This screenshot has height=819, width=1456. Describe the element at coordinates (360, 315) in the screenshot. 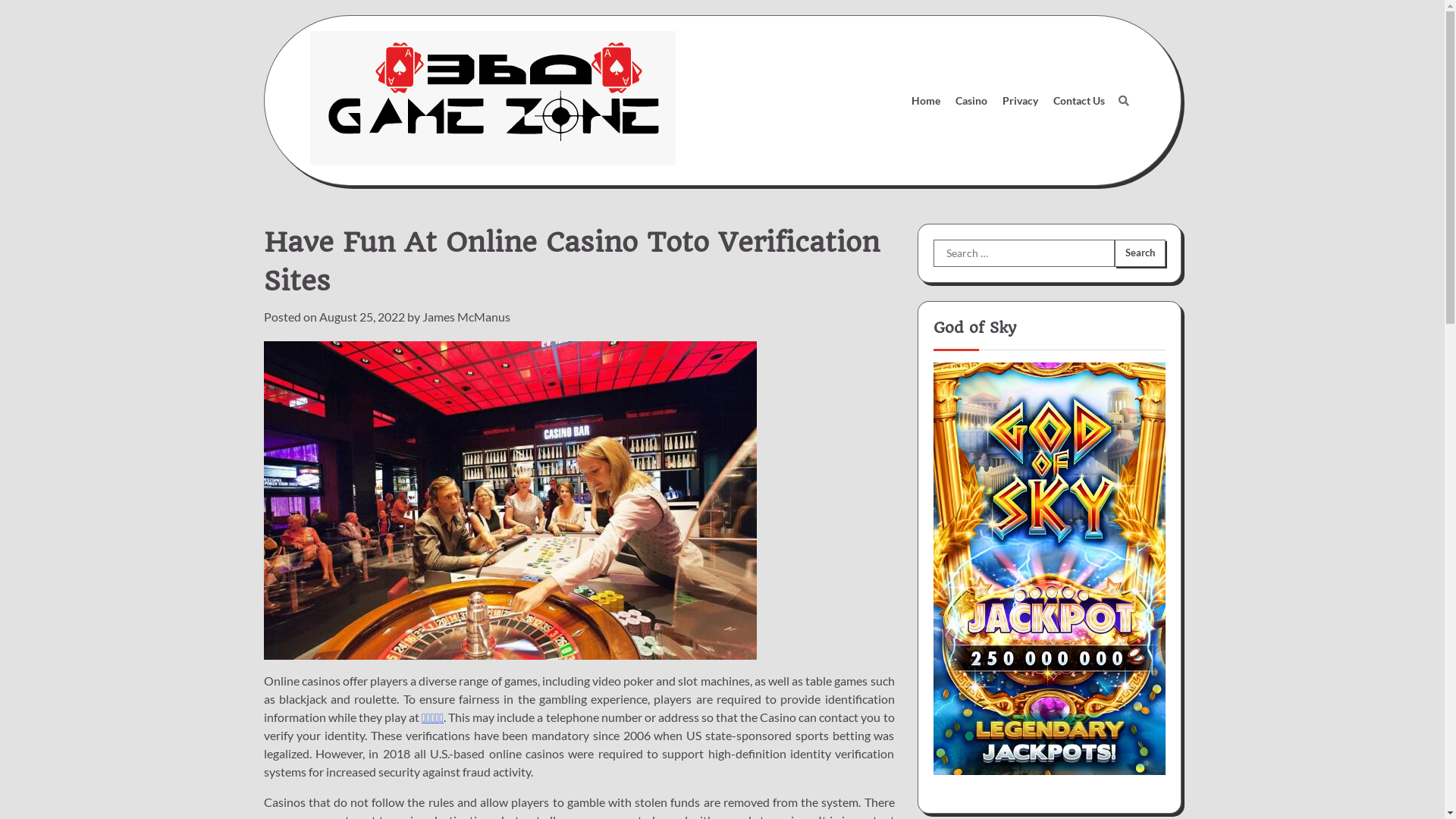

I see `'August 25, 2022'` at that location.